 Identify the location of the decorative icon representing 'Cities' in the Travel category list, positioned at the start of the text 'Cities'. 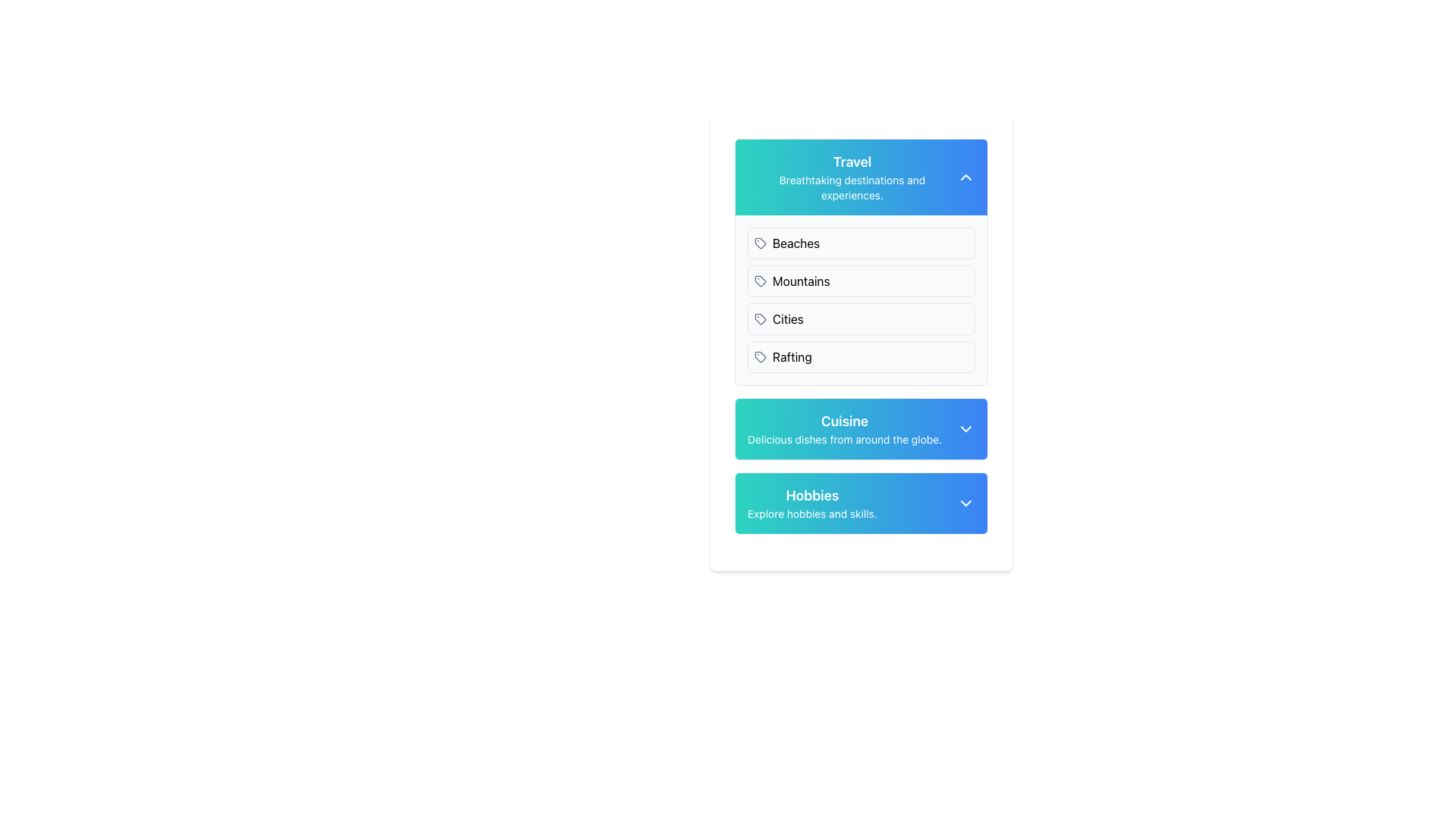
(761, 318).